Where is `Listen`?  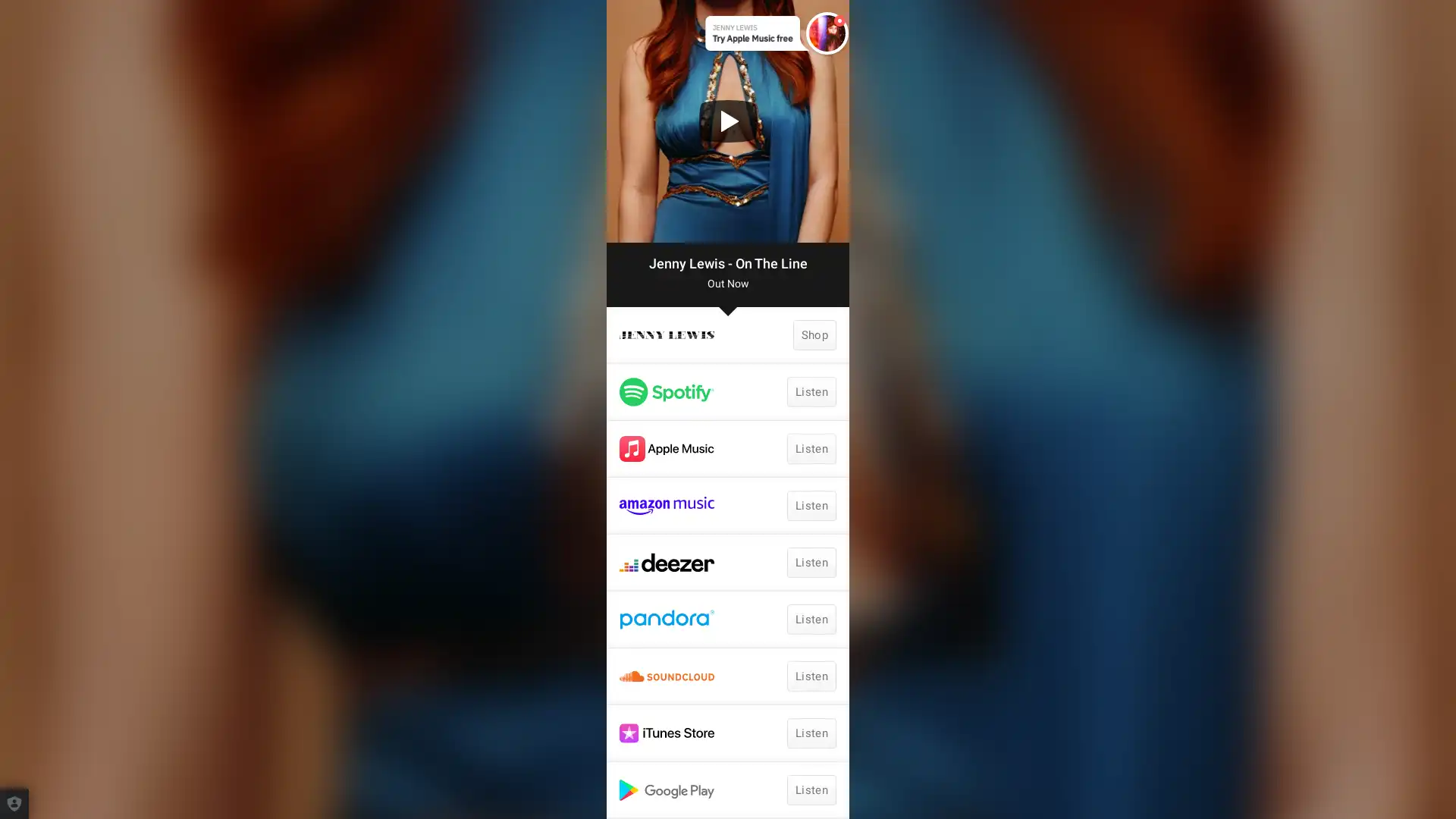
Listen is located at coordinates (811, 620).